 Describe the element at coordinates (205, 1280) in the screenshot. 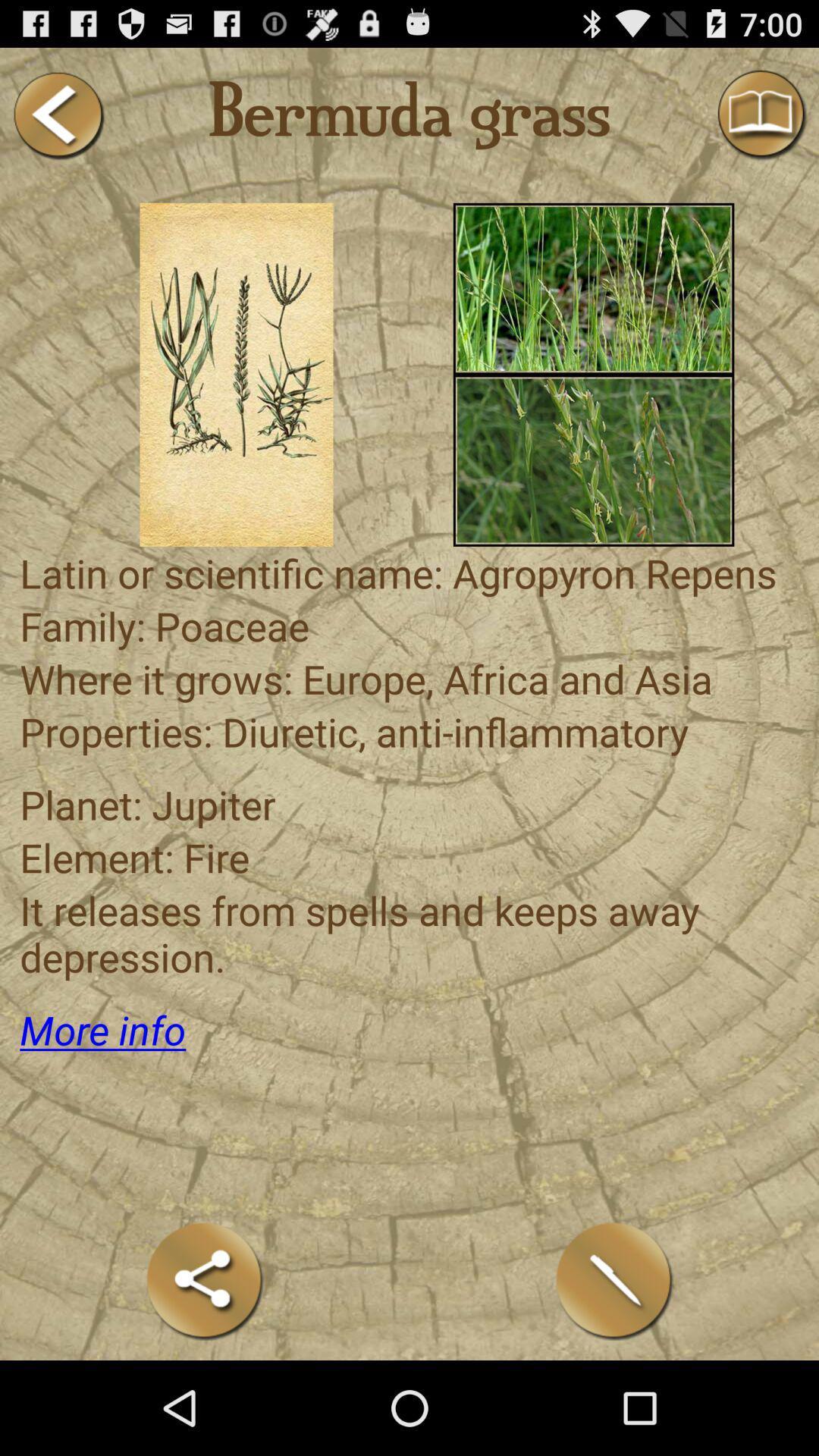

I see `share button` at that location.